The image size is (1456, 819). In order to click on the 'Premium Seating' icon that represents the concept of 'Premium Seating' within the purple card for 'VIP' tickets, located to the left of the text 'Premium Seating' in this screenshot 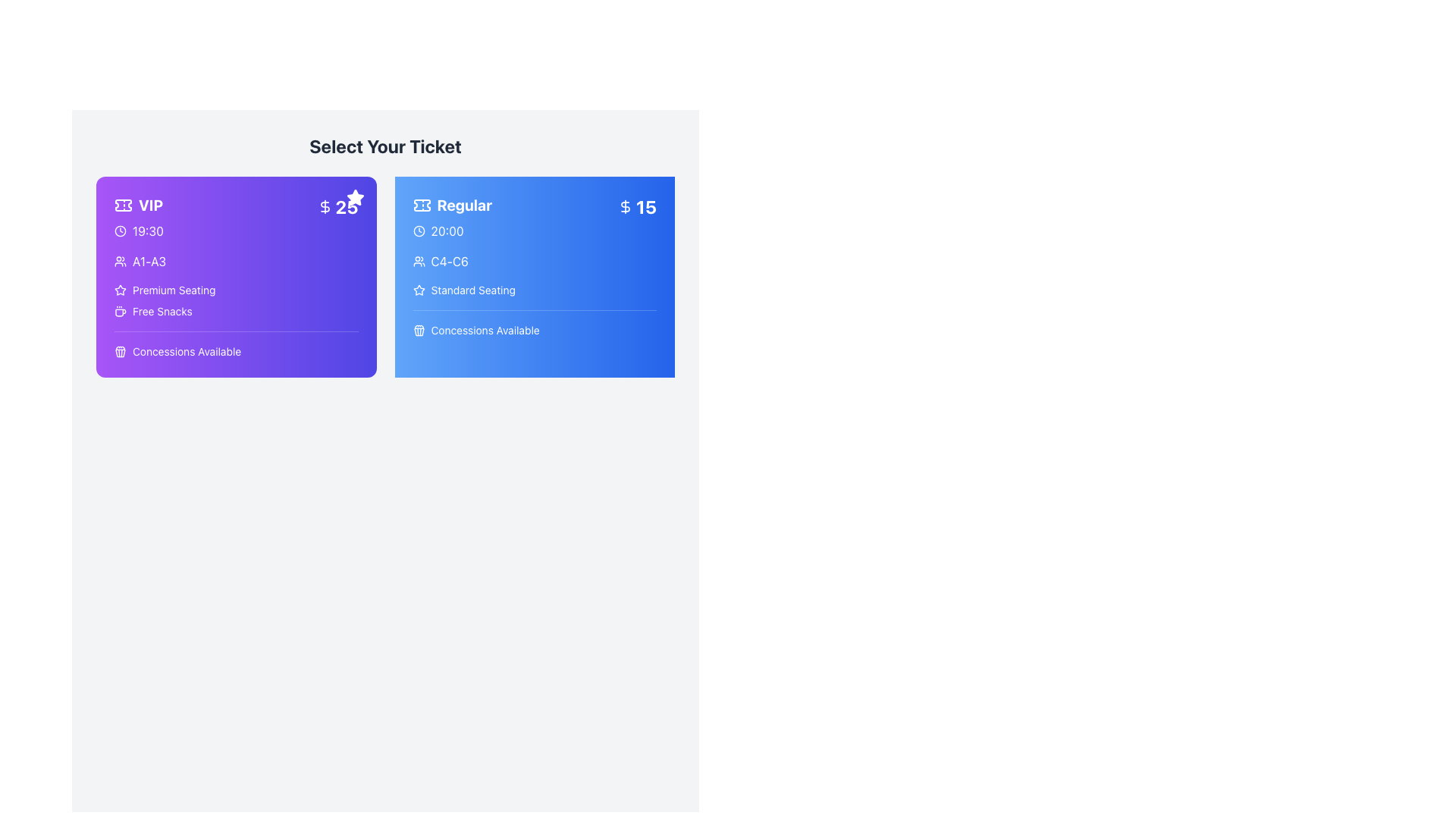, I will do `click(119, 290)`.